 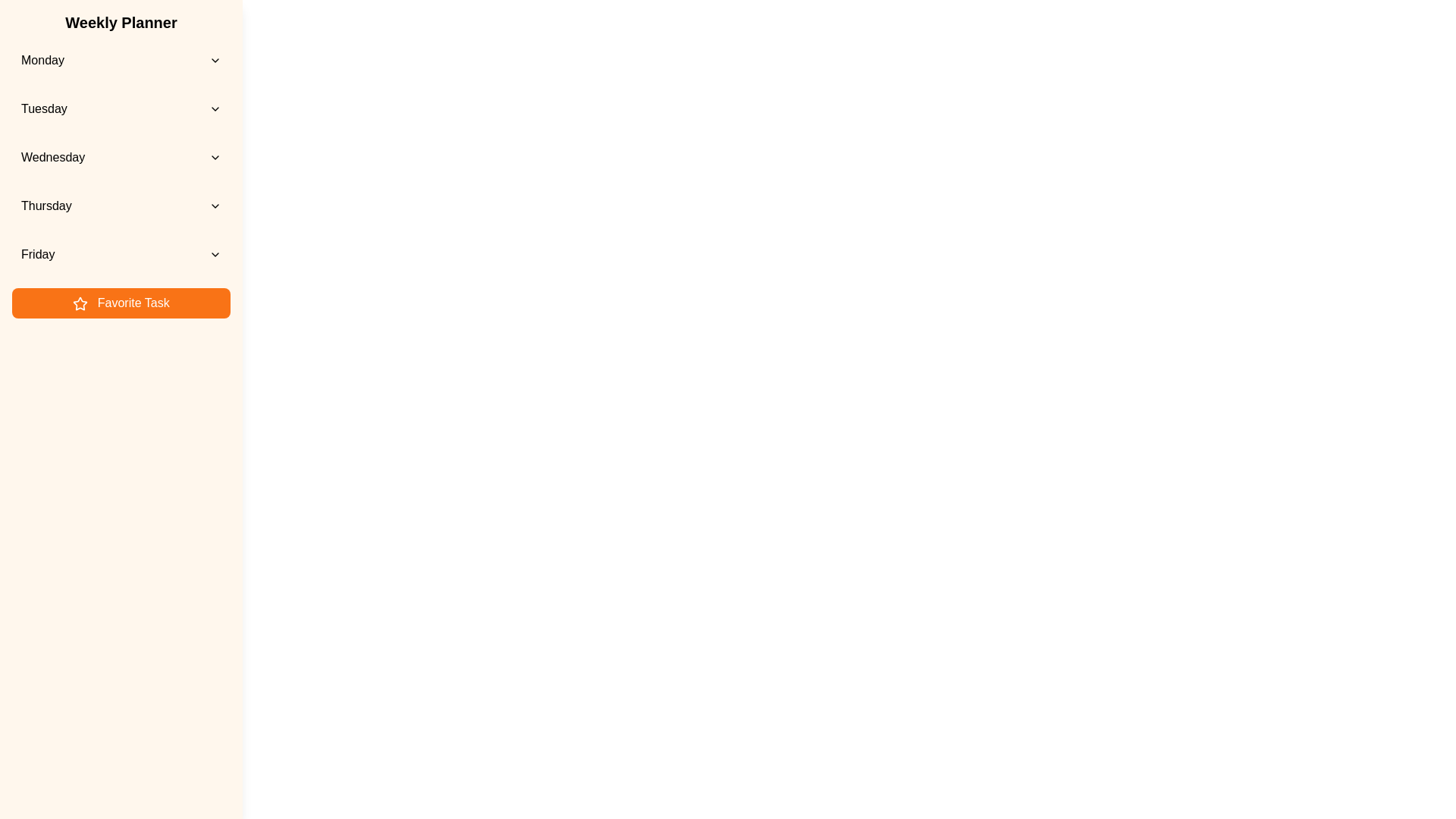 What do you see at coordinates (120, 253) in the screenshot?
I see `the day Friday from the list to view its events` at bounding box center [120, 253].